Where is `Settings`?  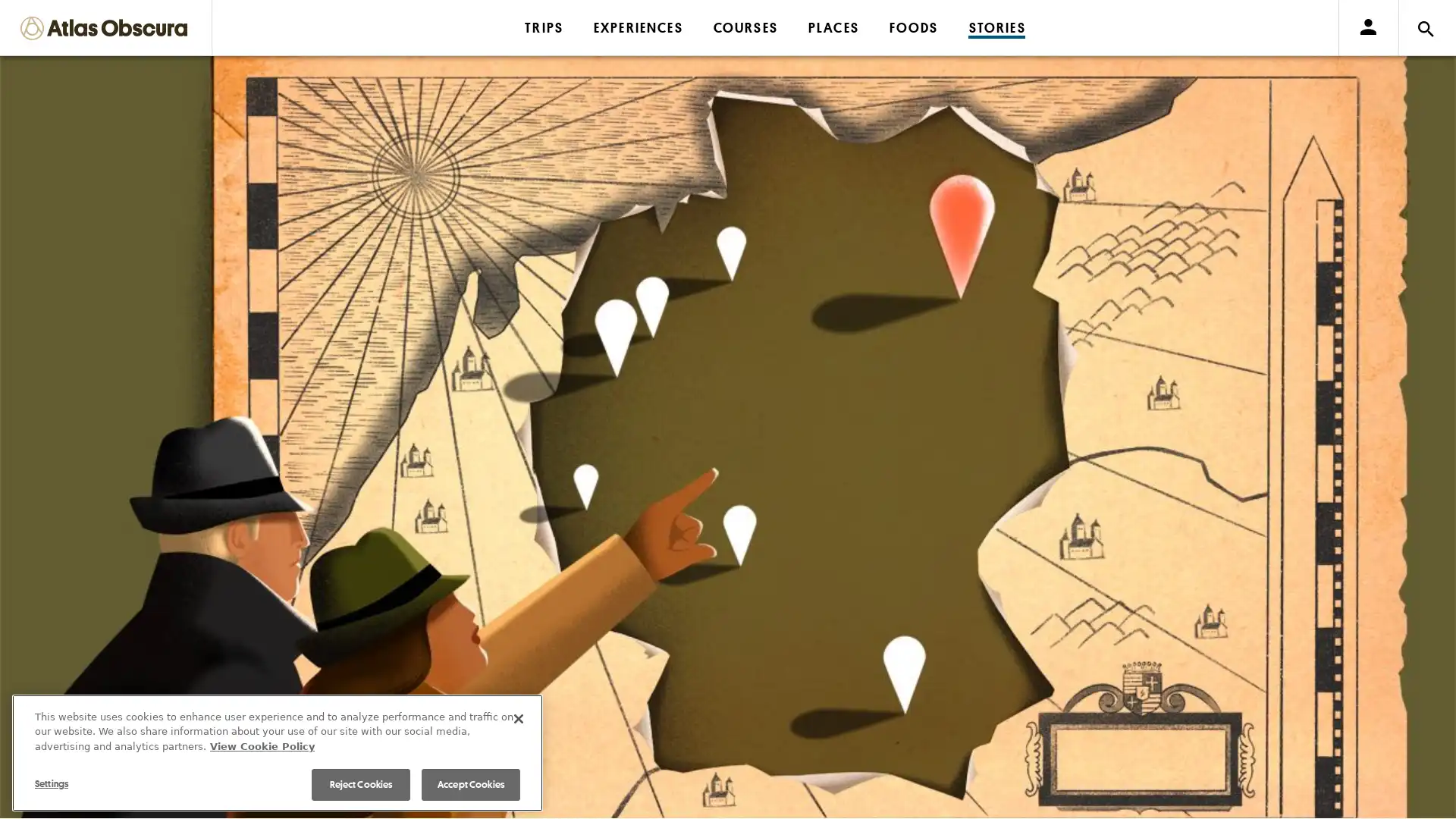
Settings is located at coordinates (100, 783).